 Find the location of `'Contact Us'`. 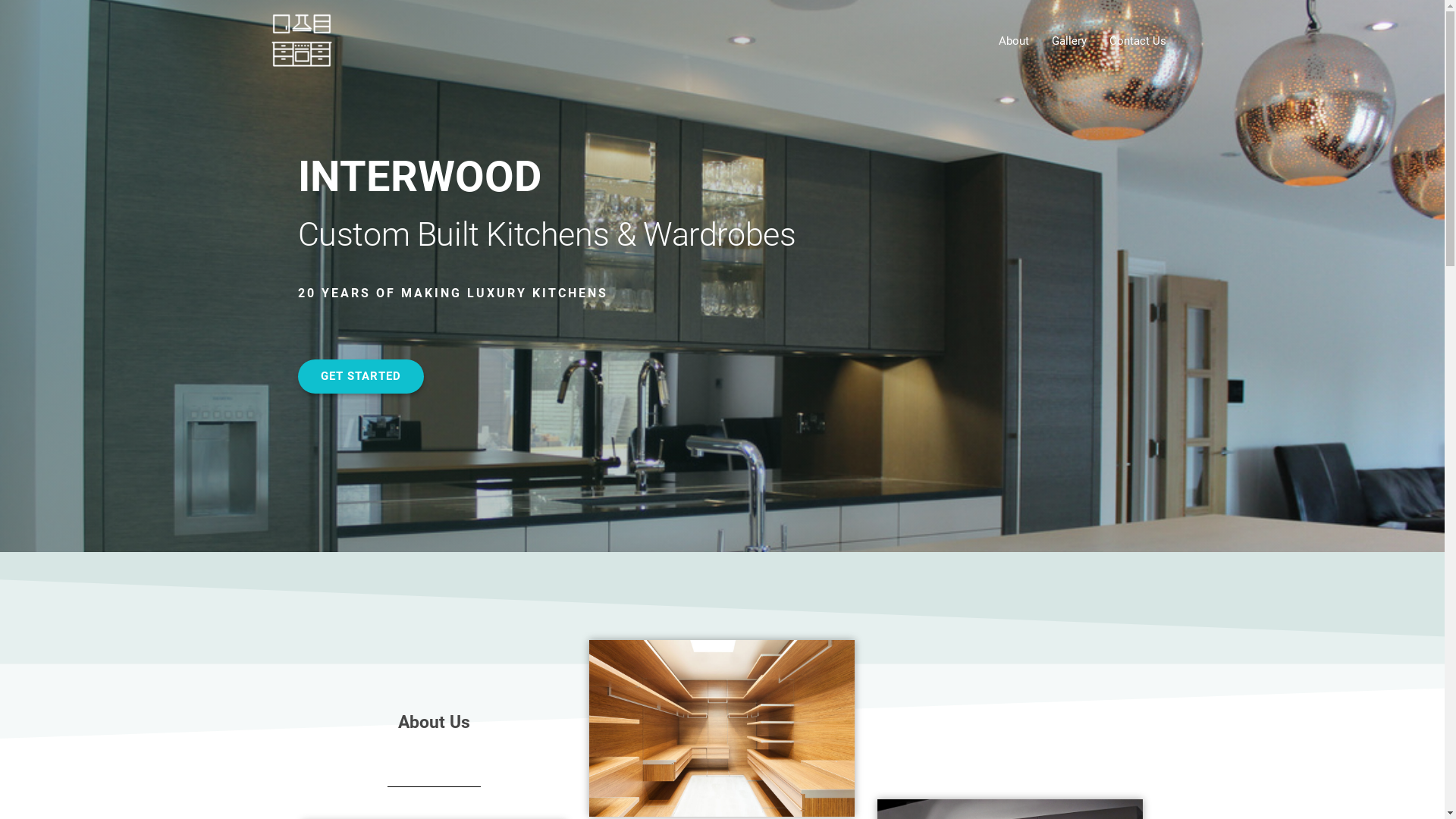

'Contact Us' is located at coordinates (1137, 40).